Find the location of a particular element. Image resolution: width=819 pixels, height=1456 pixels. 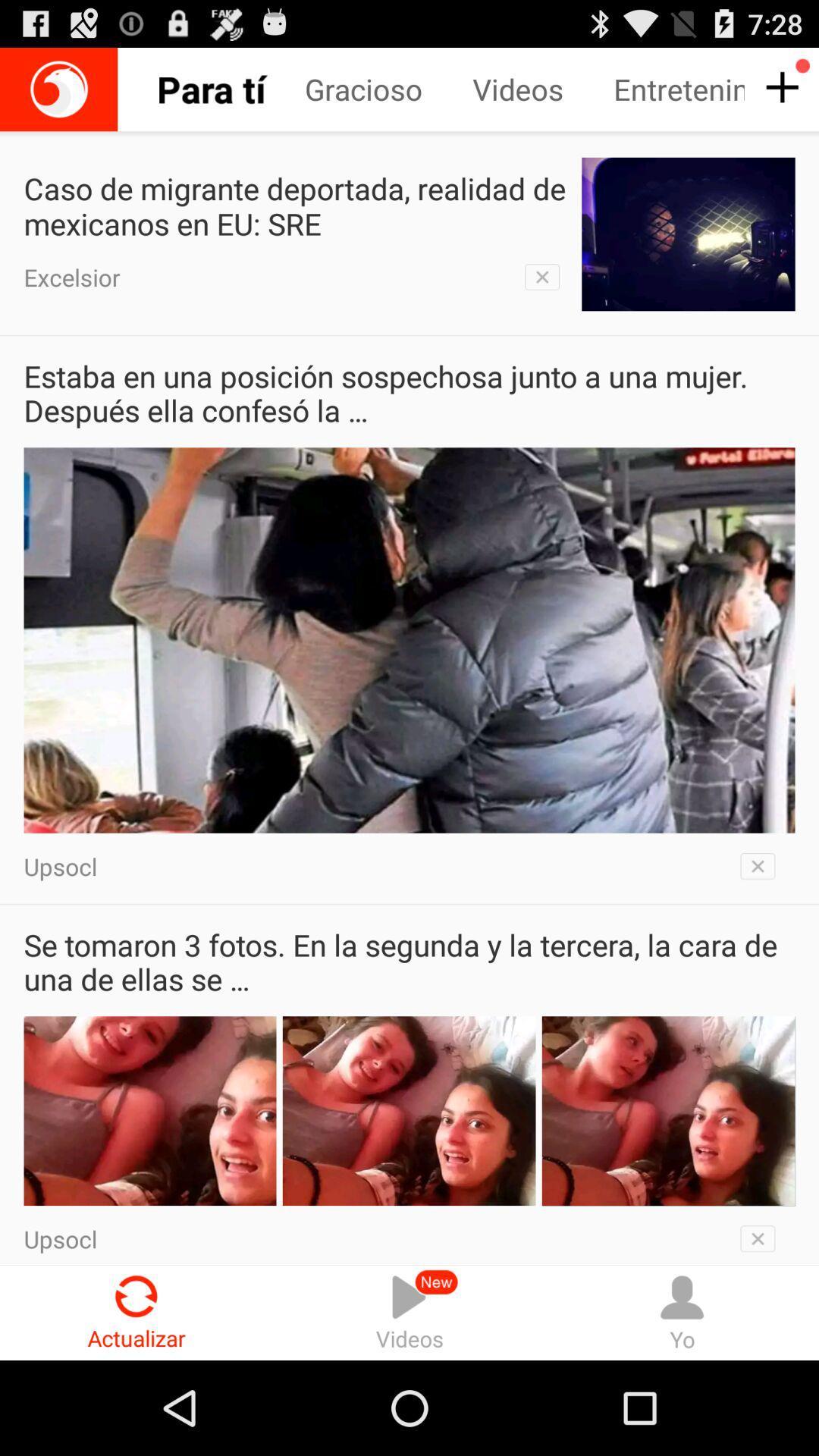

logo and could be home button also is located at coordinates (58, 89).